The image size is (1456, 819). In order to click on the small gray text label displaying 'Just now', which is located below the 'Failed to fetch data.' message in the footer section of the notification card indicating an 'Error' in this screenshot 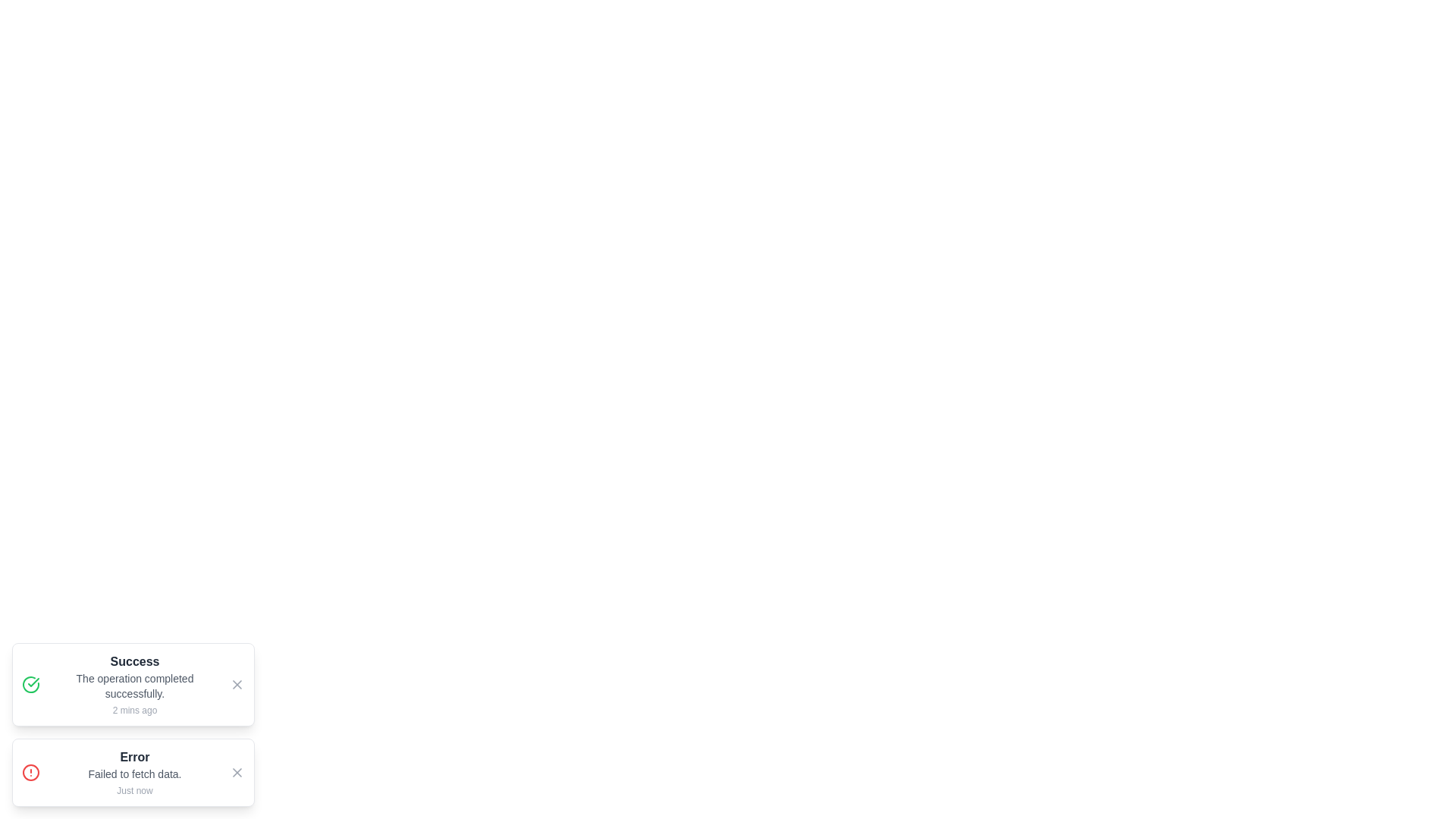, I will do `click(134, 789)`.